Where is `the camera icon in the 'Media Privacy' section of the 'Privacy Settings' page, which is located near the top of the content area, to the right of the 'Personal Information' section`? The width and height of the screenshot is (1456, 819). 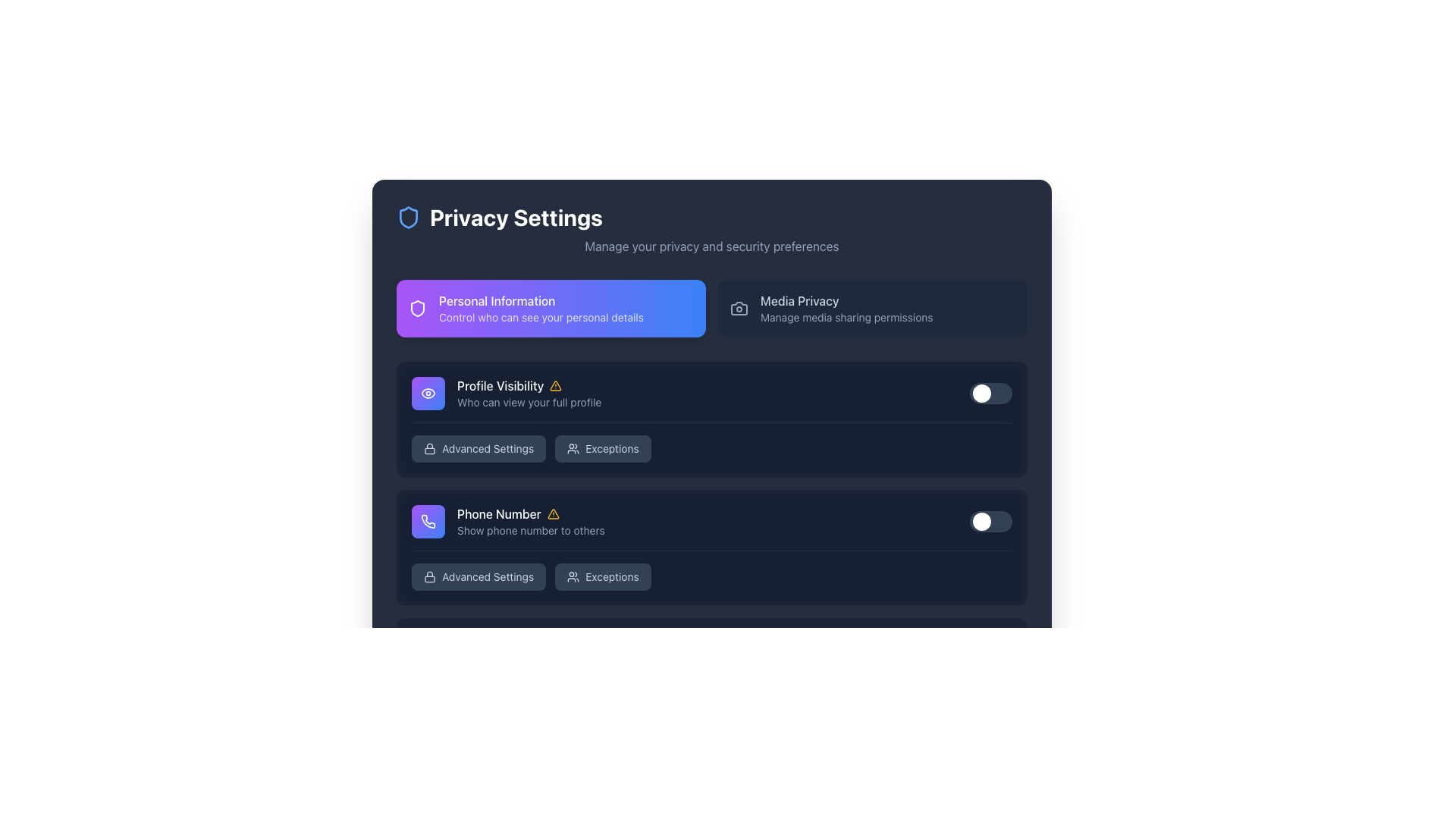 the camera icon in the 'Media Privacy' section of the 'Privacy Settings' page, which is located near the top of the content area, to the right of the 'Personal Information' section is located at coordinates (739, 308).